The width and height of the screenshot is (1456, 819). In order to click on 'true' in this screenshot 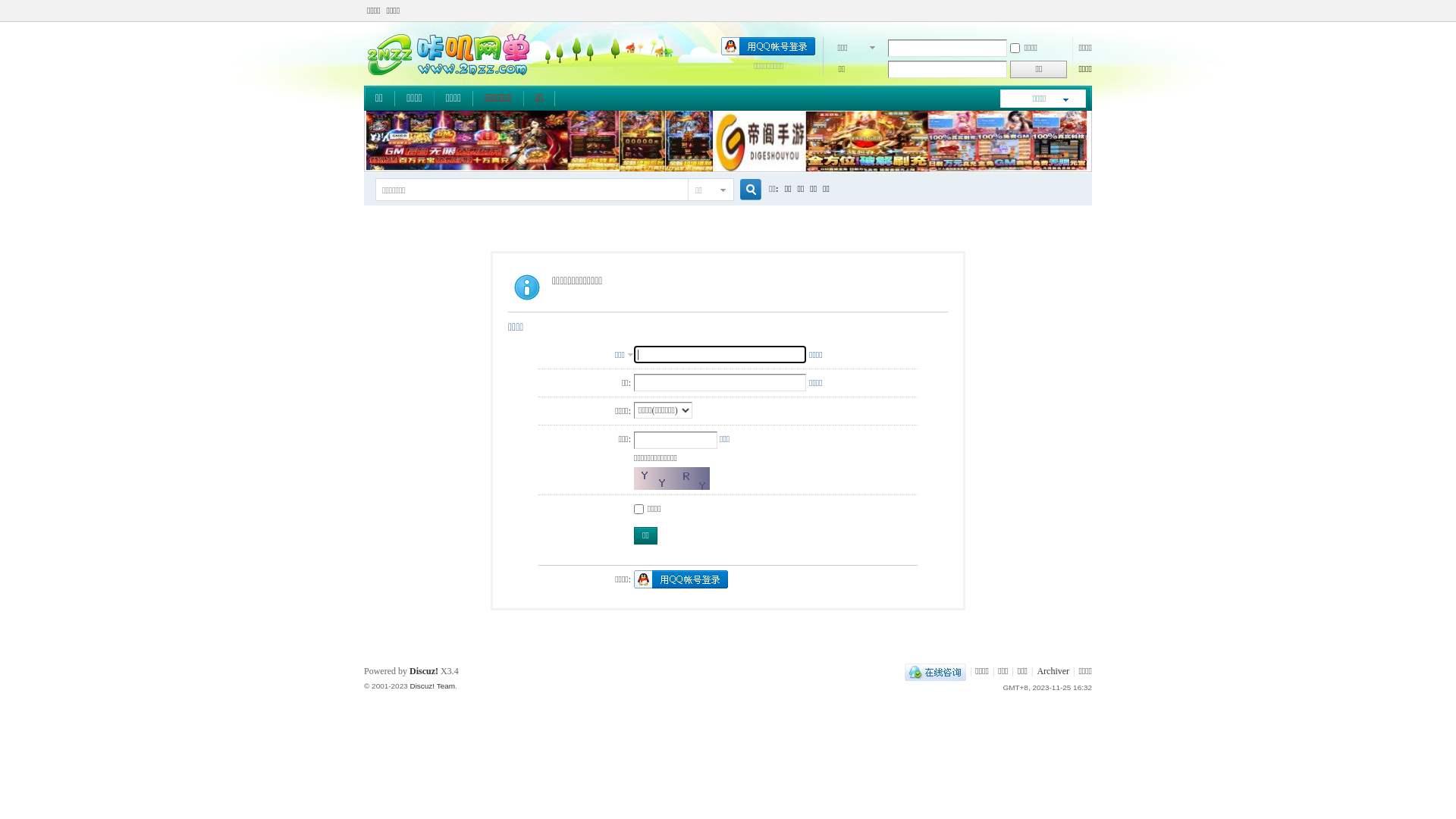, I will do `click(745, 189)`.